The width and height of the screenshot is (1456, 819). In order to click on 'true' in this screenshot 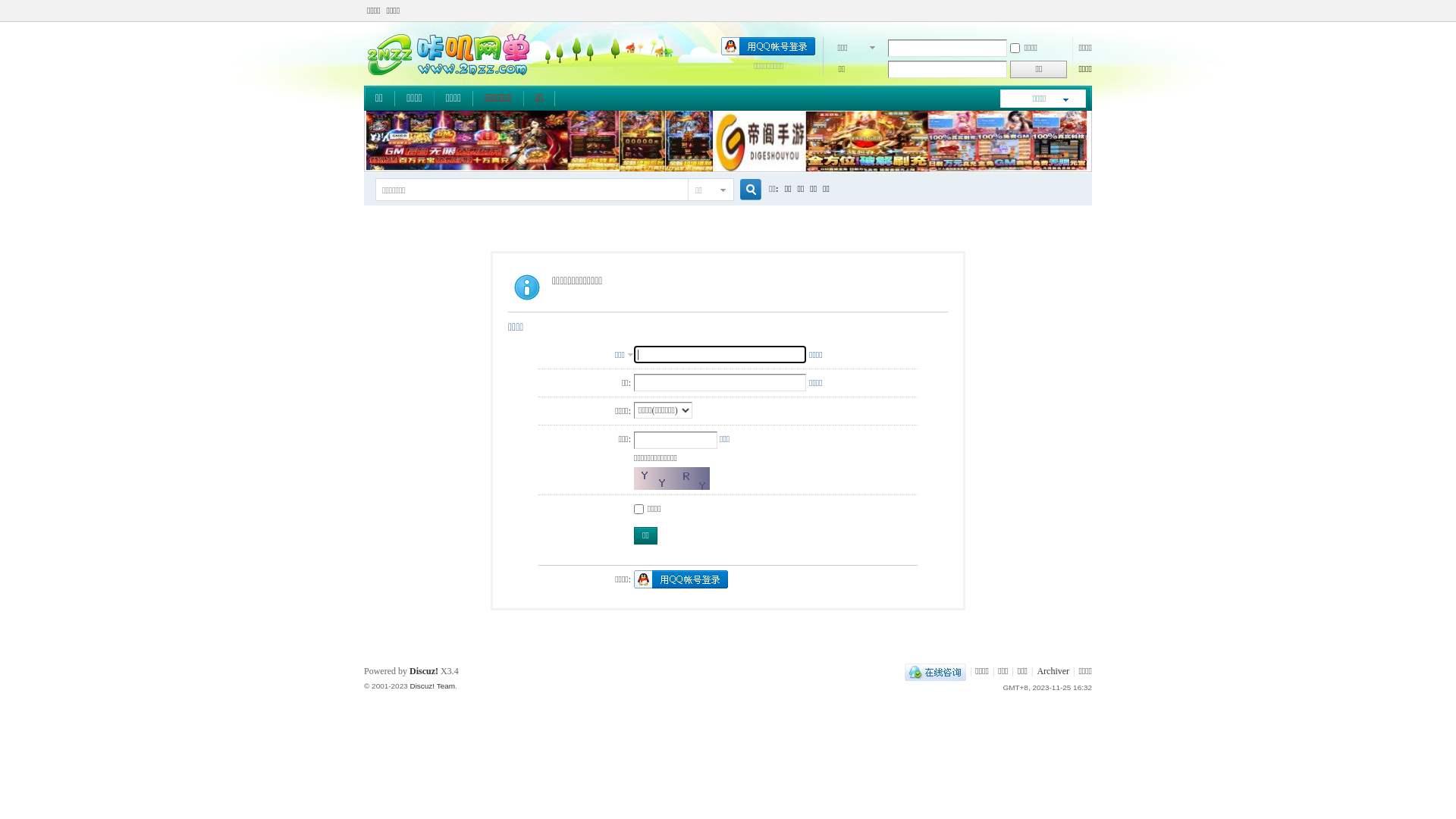, I will do `click(745, 189)`.